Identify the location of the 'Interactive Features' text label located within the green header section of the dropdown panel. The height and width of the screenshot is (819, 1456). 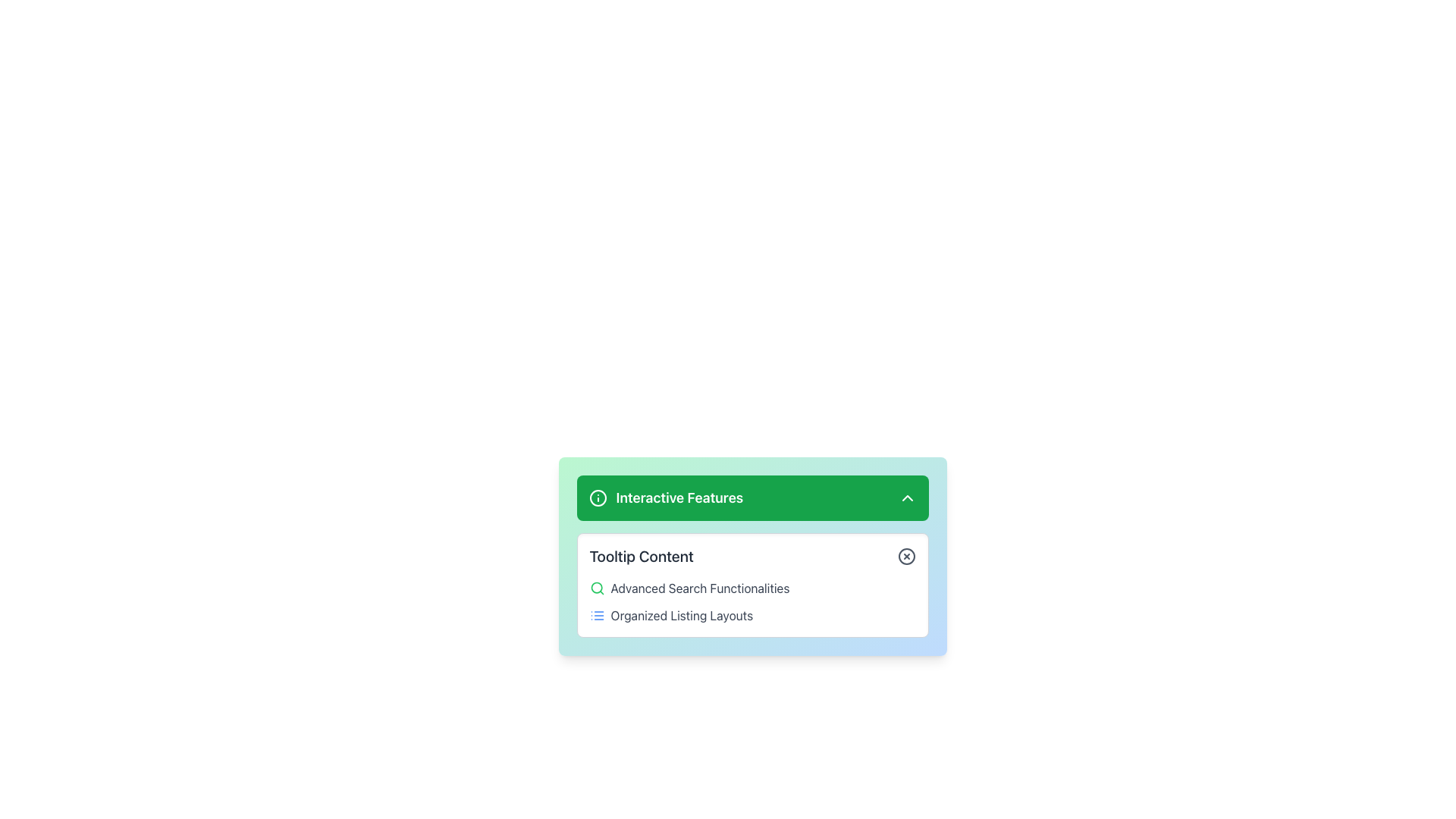
(666, 497).